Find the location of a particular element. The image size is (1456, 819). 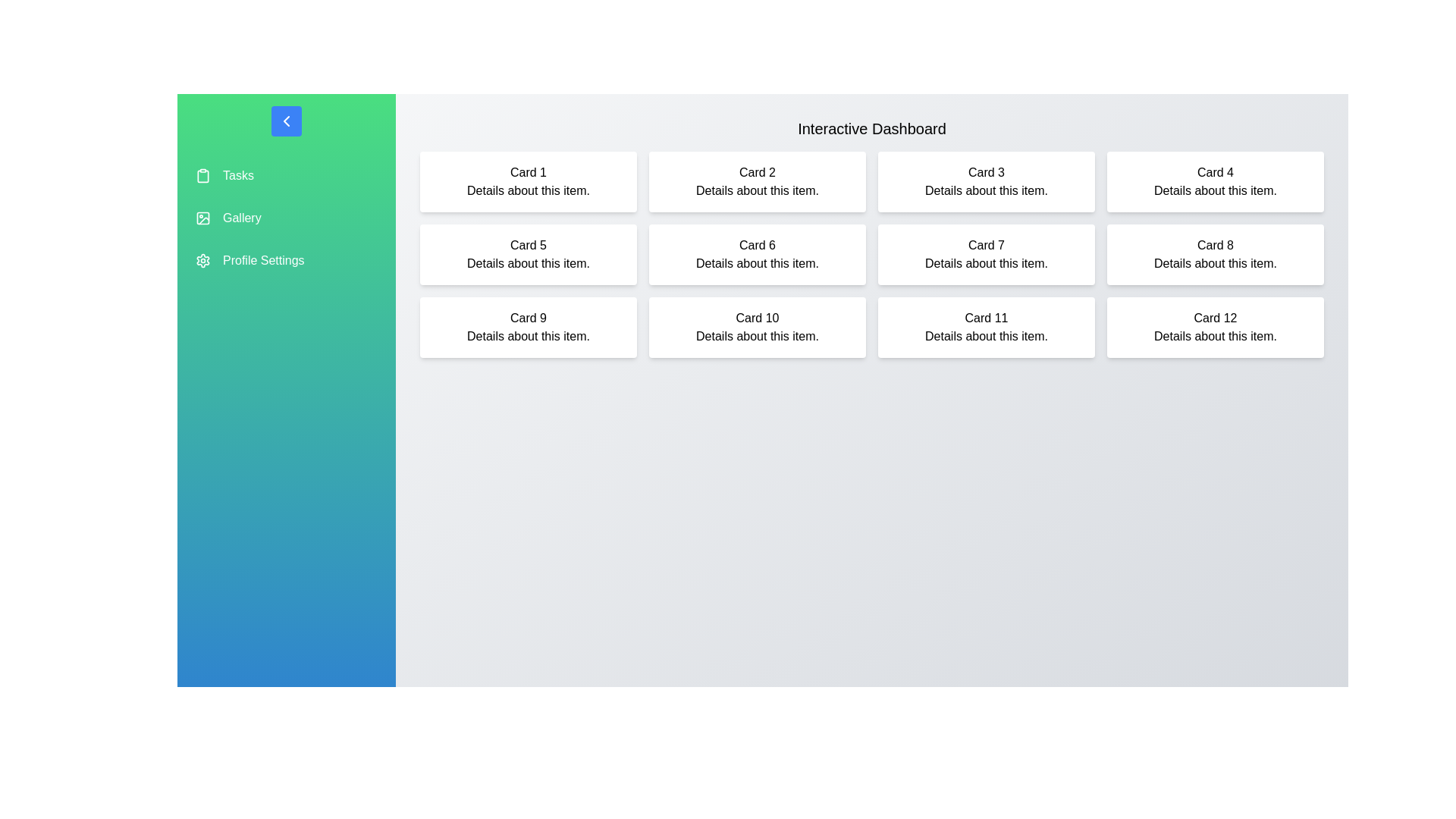

the 'Tasks' button in the drawer to navigate to the 'Tasks' section is located at coordinates (287, 174).